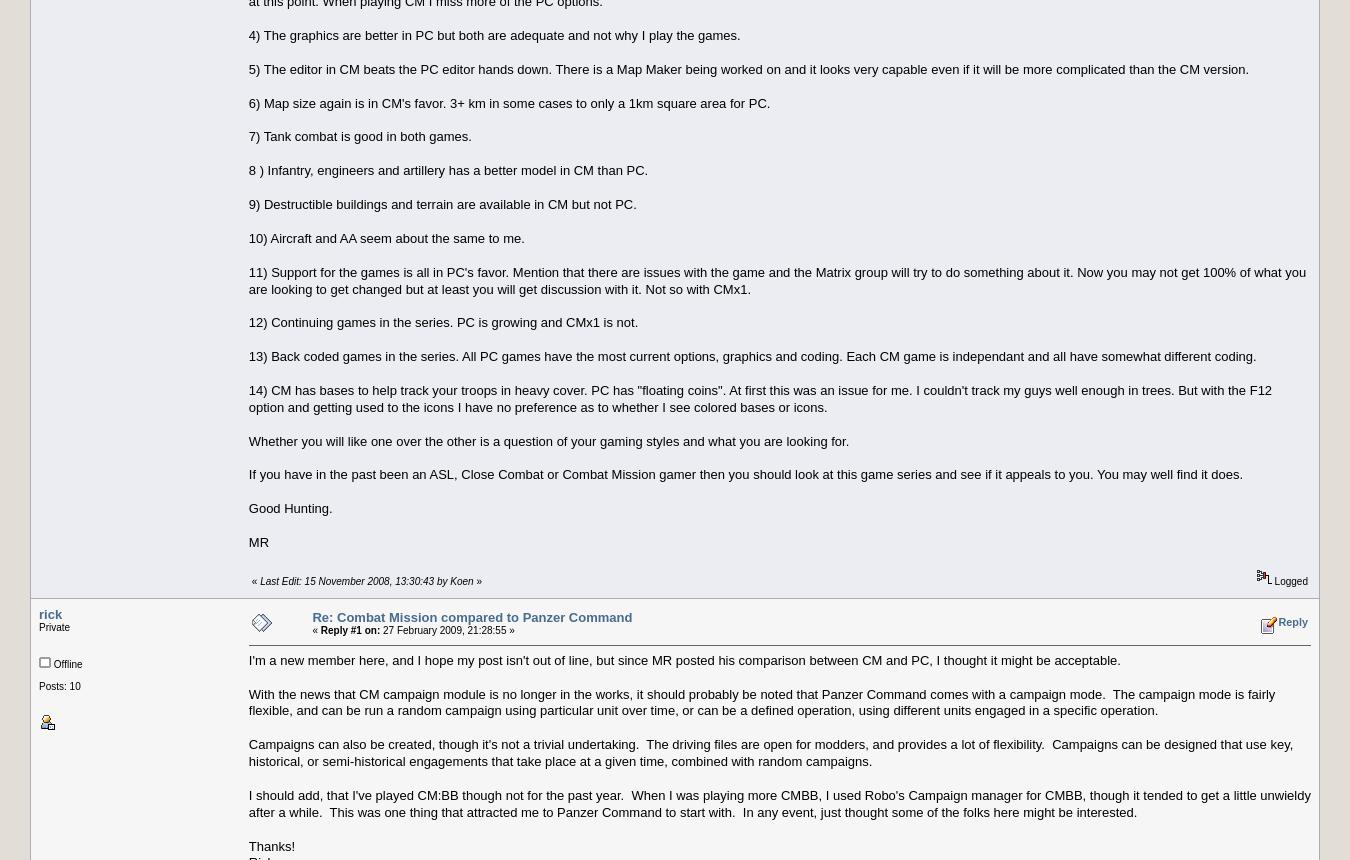 The width and height of the screenshot is (1350, 860). I want to click on '4) The graphics are better in PC but both are adequate and not why I play the games.', so click(492, 35).